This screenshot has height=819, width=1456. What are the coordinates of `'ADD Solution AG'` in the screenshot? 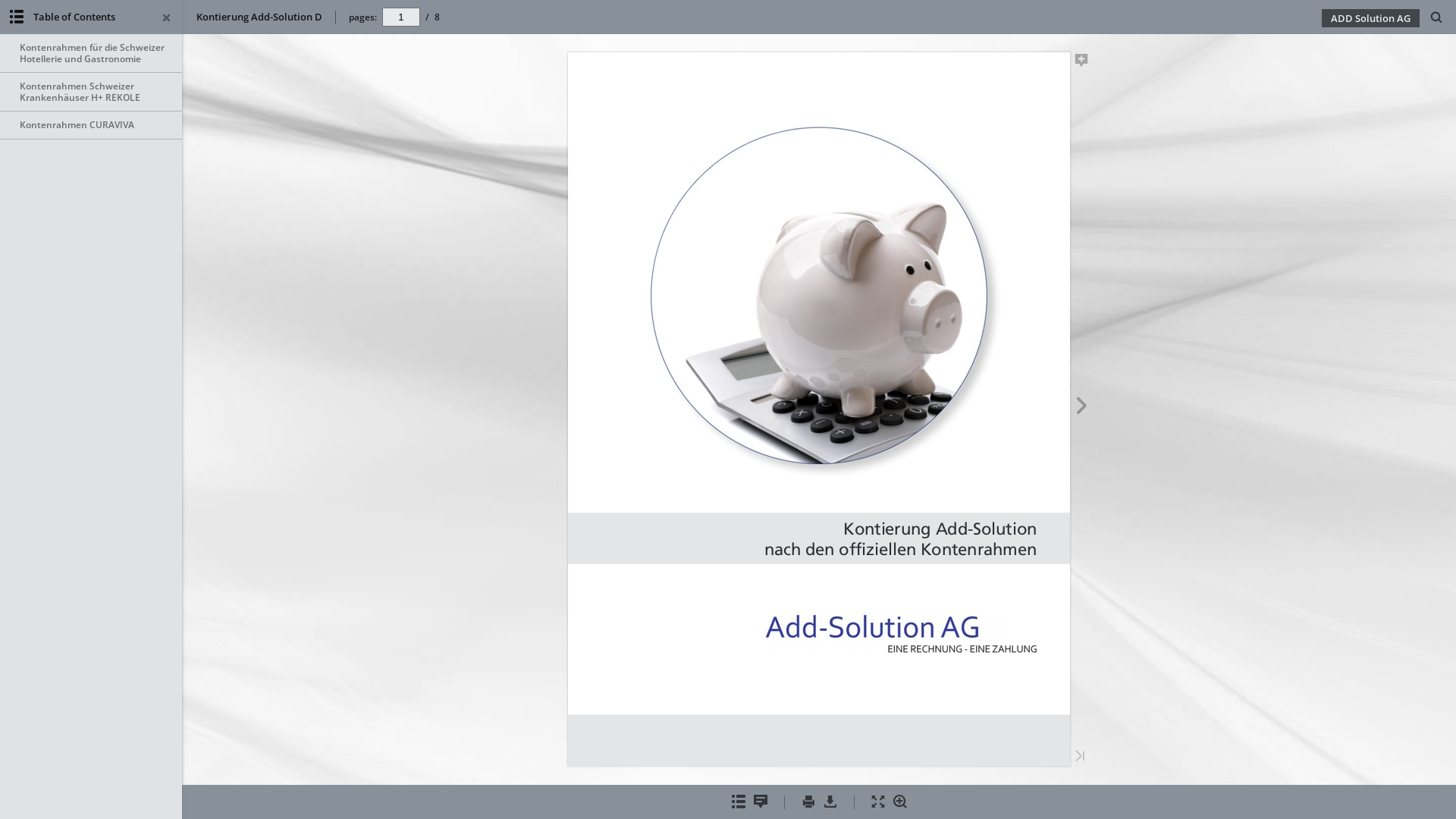 It's located at (1370, 17).